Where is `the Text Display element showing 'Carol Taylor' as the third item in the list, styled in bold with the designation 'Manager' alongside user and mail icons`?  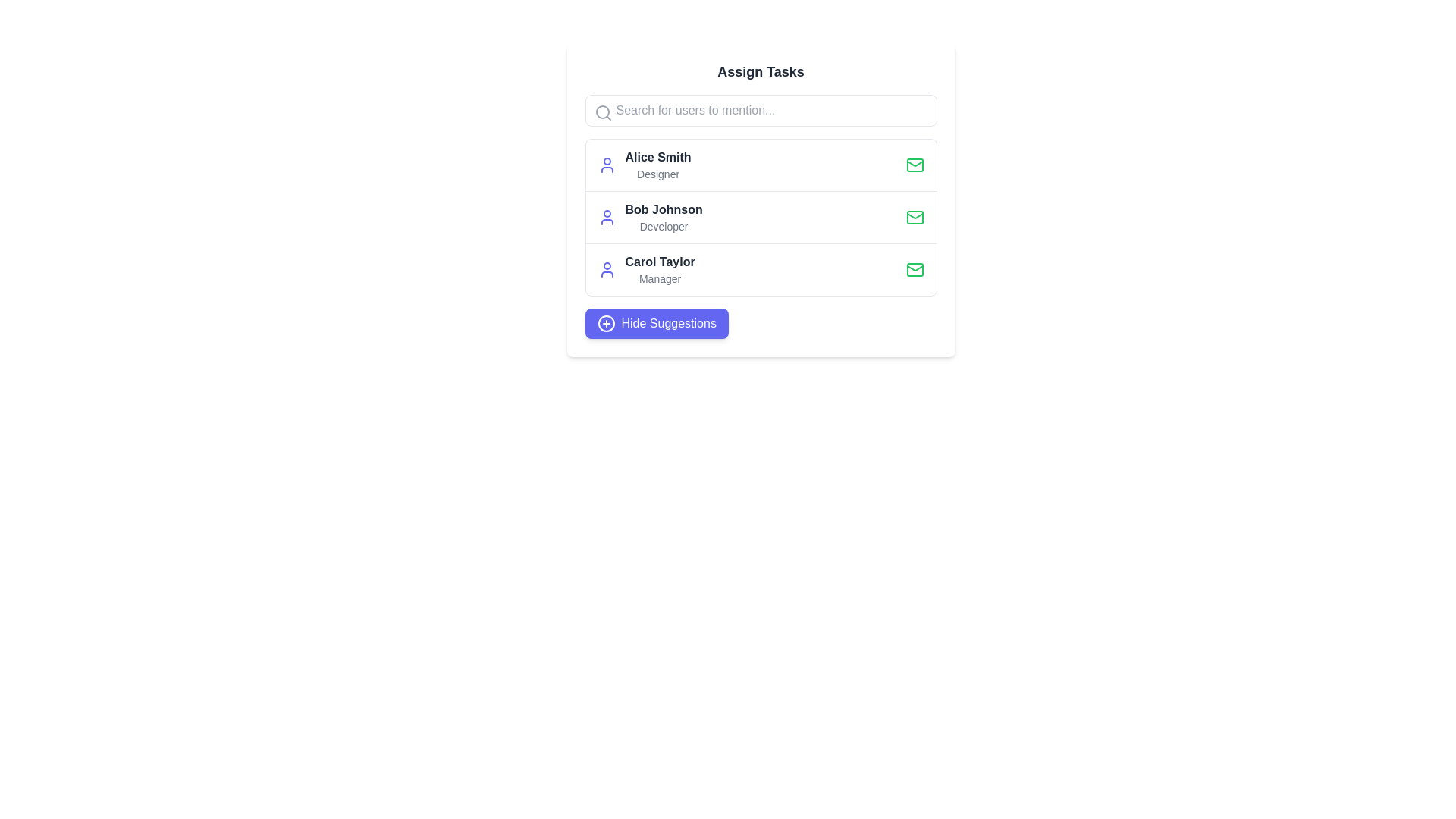 the Text Display element showing 'Carol Taylor' as the third item in the list, styled in bold with the designation 'Manager' alongside user and mail icons is located at coordinates (660, 268).